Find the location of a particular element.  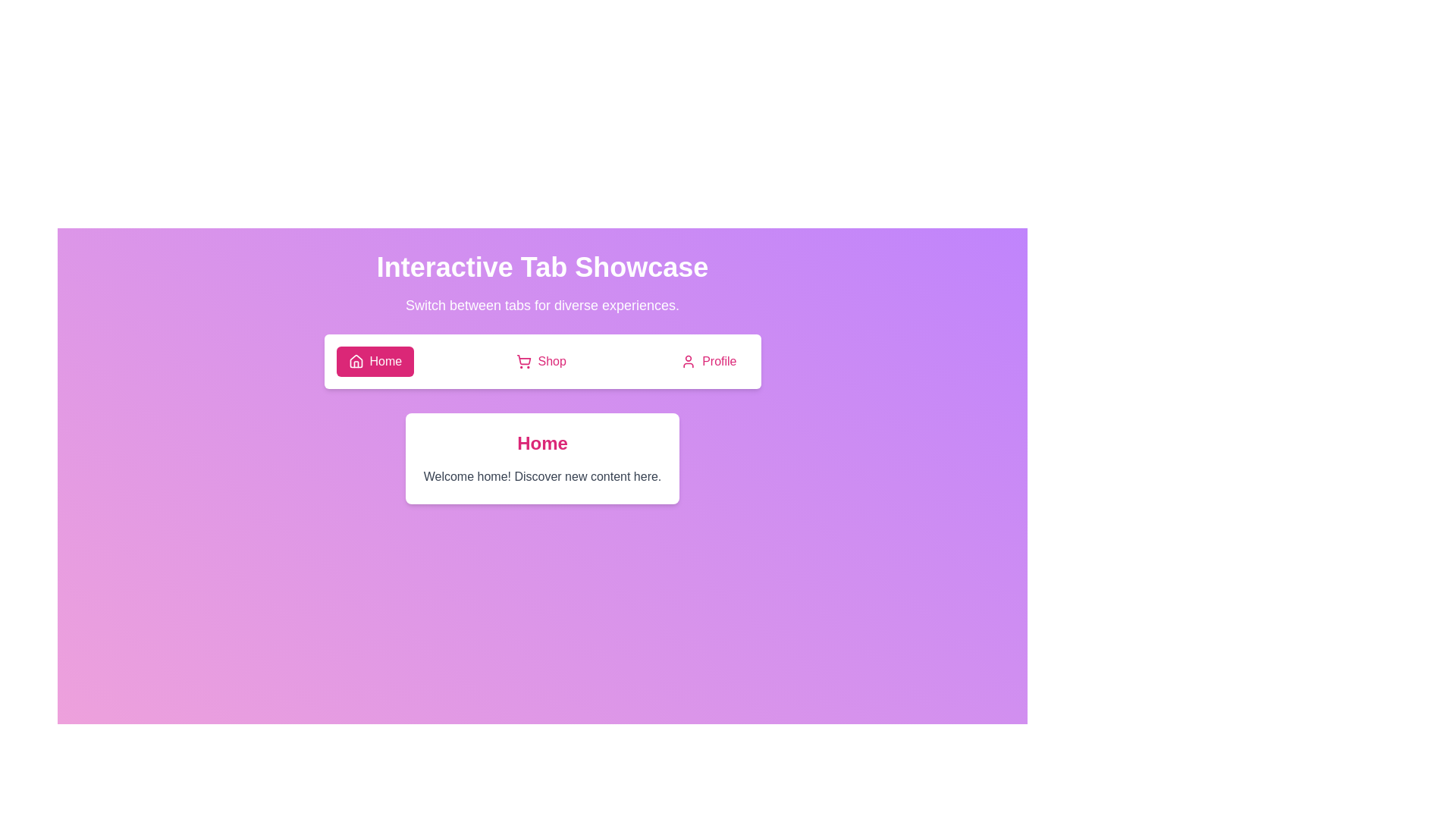

the Profile tab to switch to it is located at coordinates (708, 362).